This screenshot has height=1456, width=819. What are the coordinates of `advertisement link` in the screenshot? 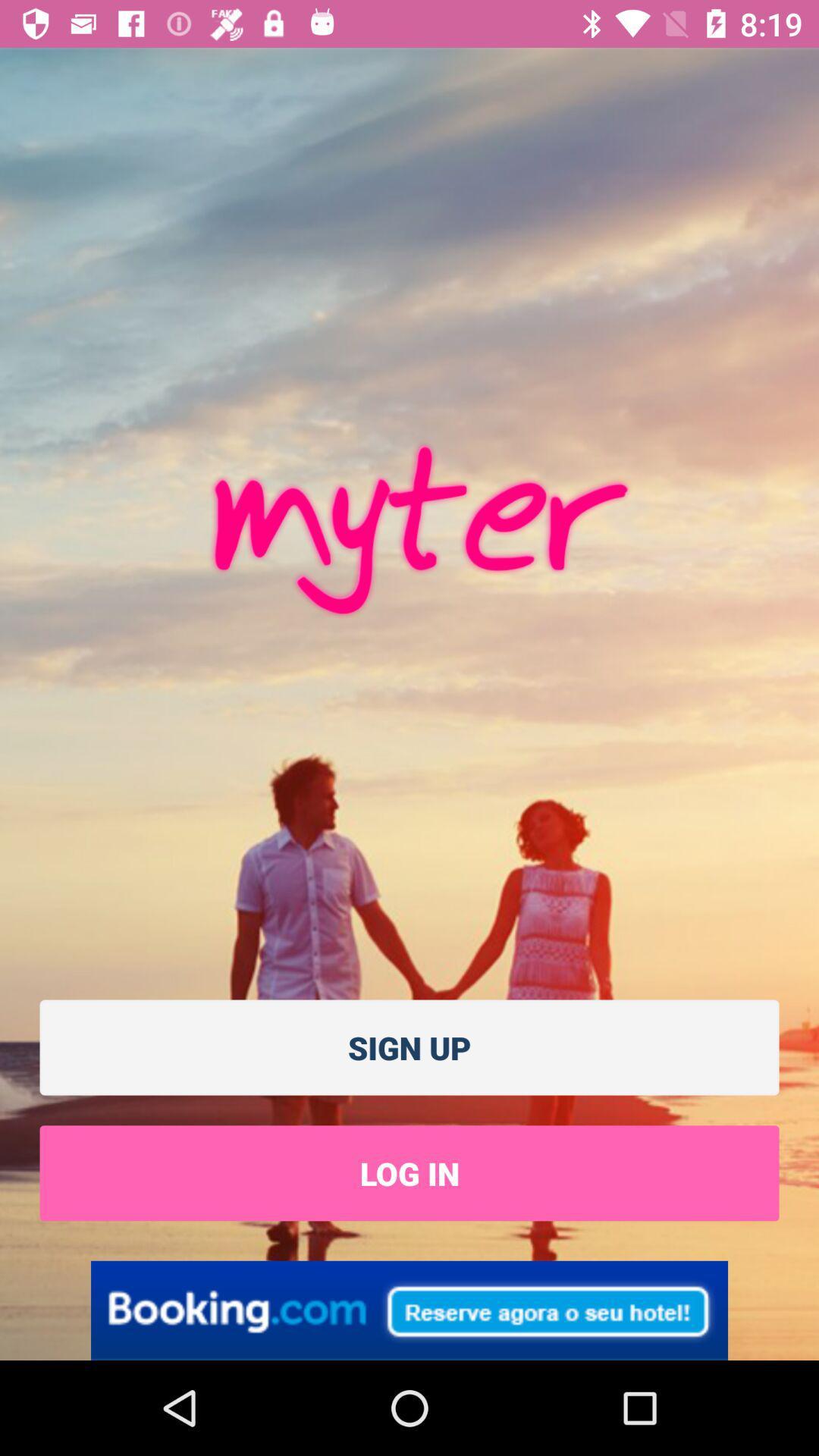 It's located at (409, 1310).